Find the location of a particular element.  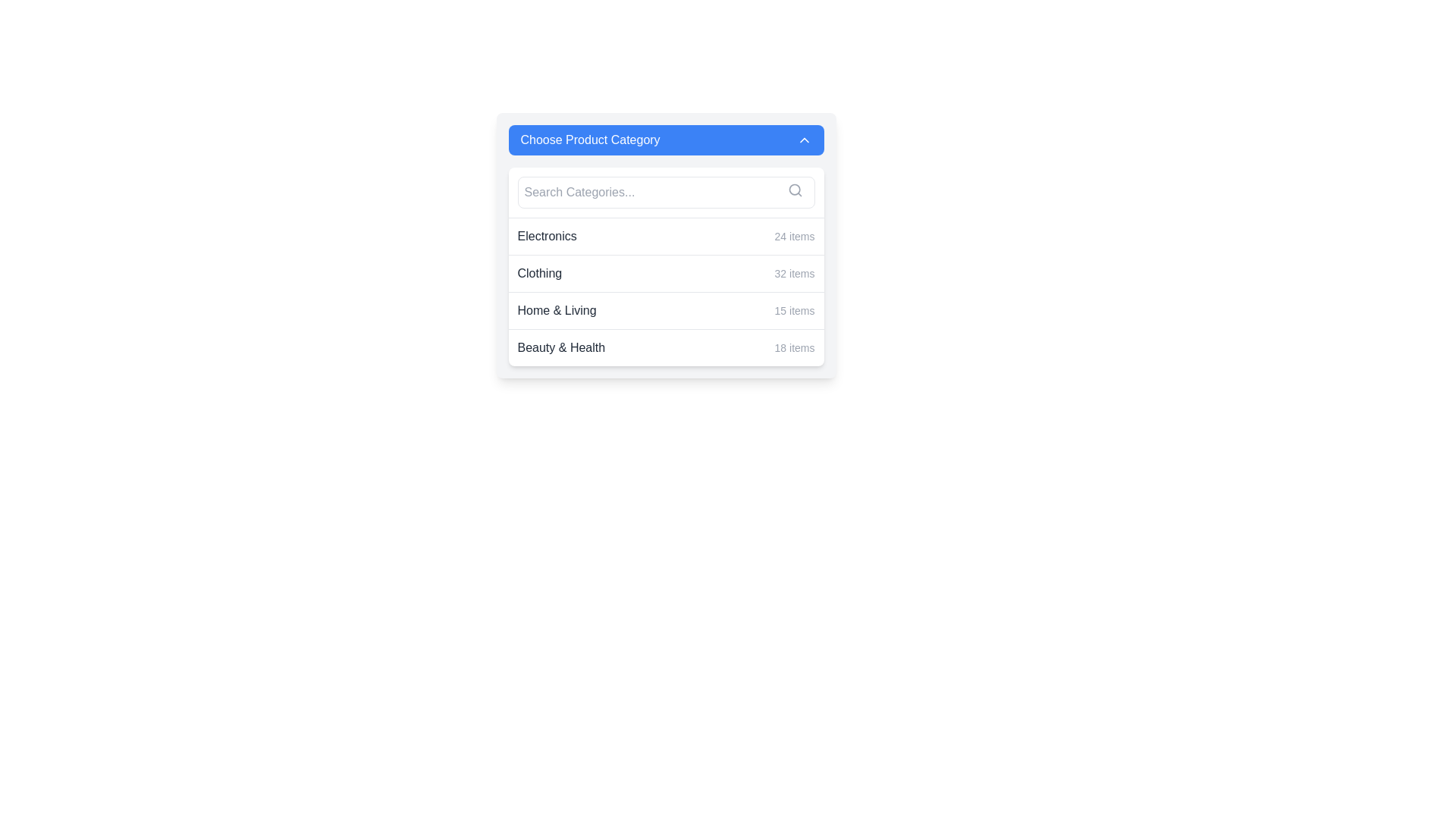

the search icon, represented by a magnifying glass symbol in light gray, located at the top-right corner of the search bar to initiate a search is located at coordinates (794, 189).